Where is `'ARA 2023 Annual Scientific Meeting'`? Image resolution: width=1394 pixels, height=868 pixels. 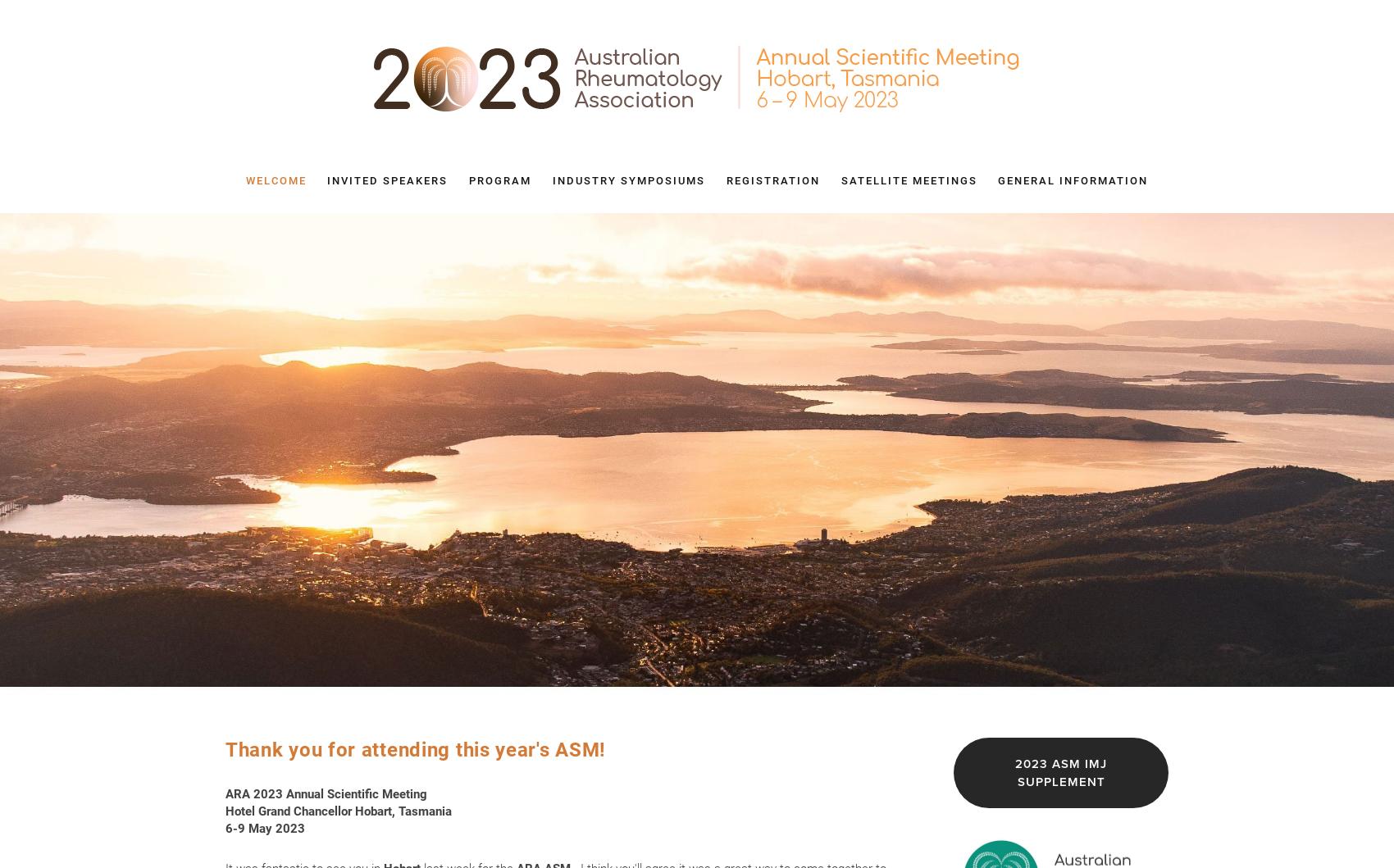
'ARA 2023 Annual Scientific Meeting' is located at coordinates (325, 793).